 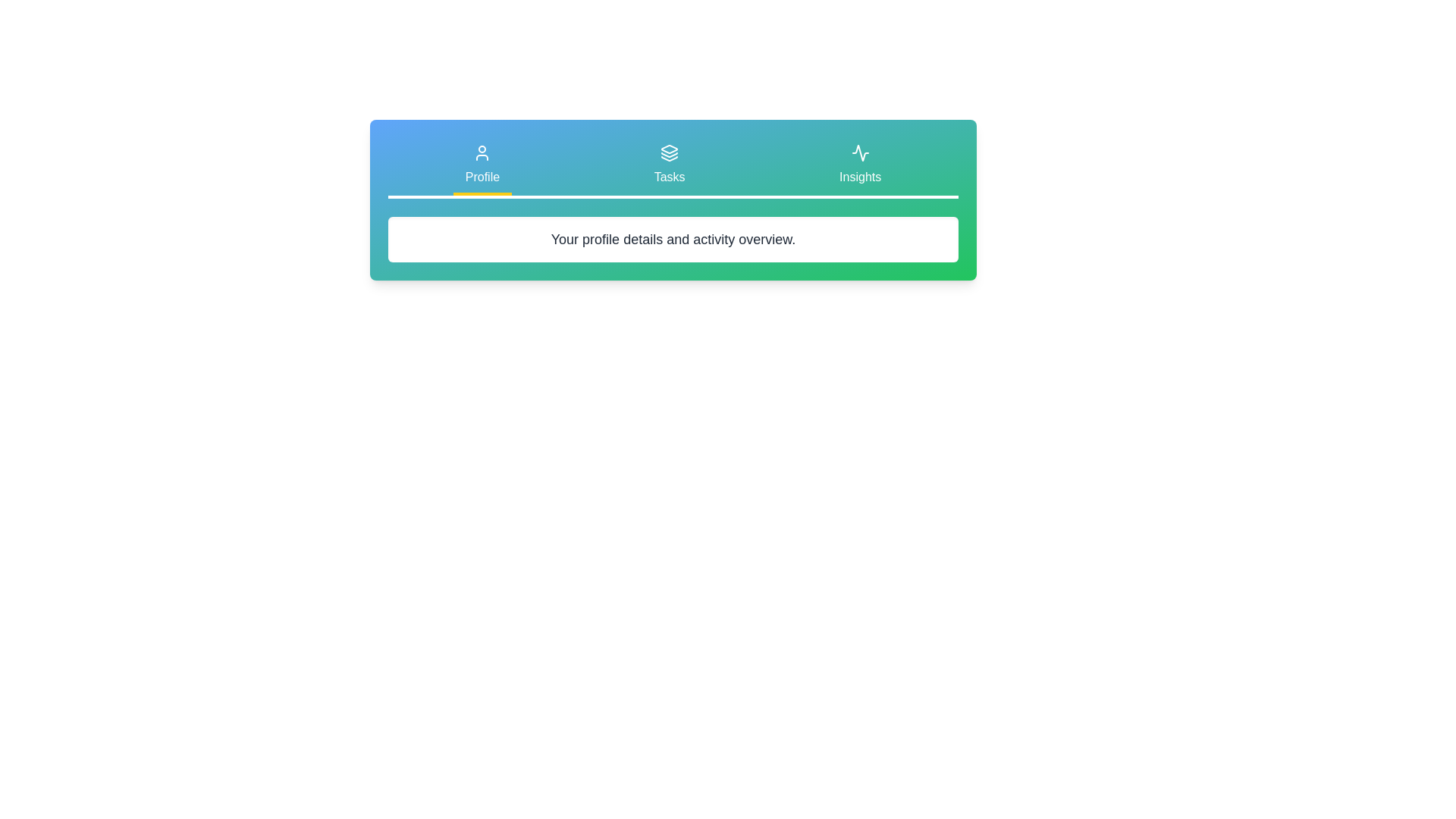 What do you see at coordinates (669, 166) in the screenshot?
I see `the tab labeled 'Tasks' to inspect its visual design` at bounding box center [669, 166].